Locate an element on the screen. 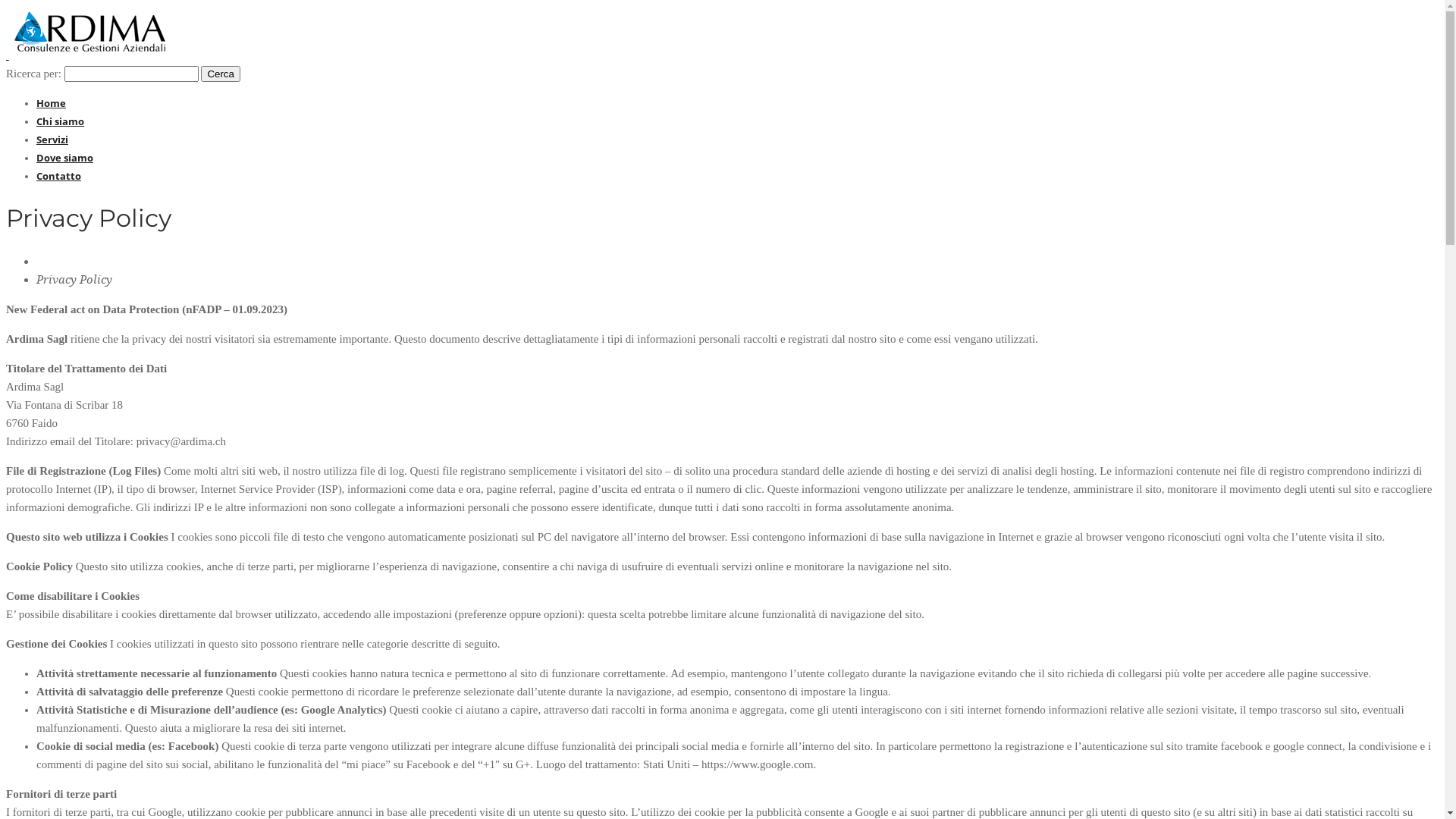  'Servizi' is located at coordinates (36, 140).